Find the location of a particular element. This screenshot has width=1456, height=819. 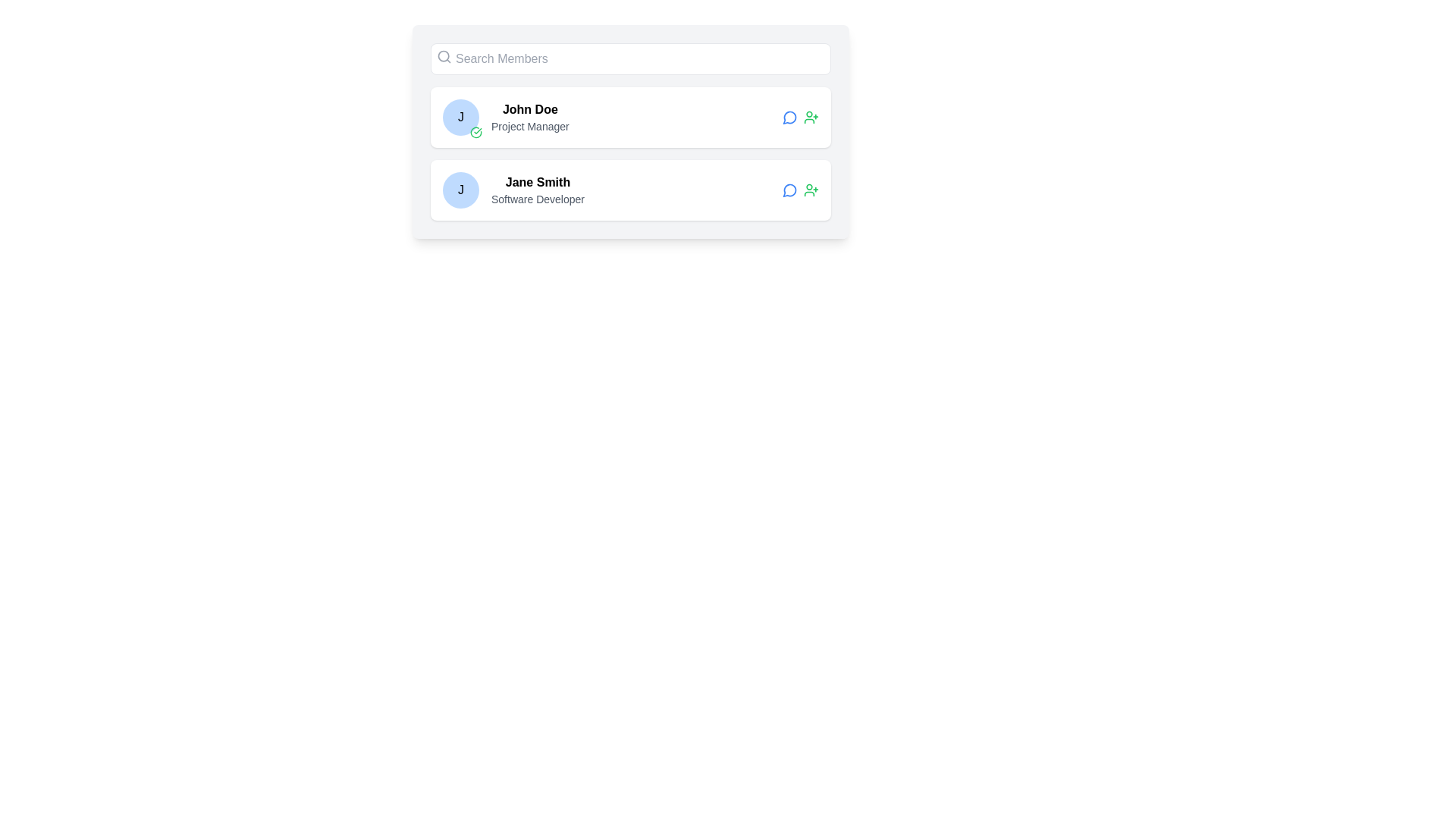

the inner circular part of the search icon located at the top-left of the 'Search Members' input field is located at coordinates (443, 55).